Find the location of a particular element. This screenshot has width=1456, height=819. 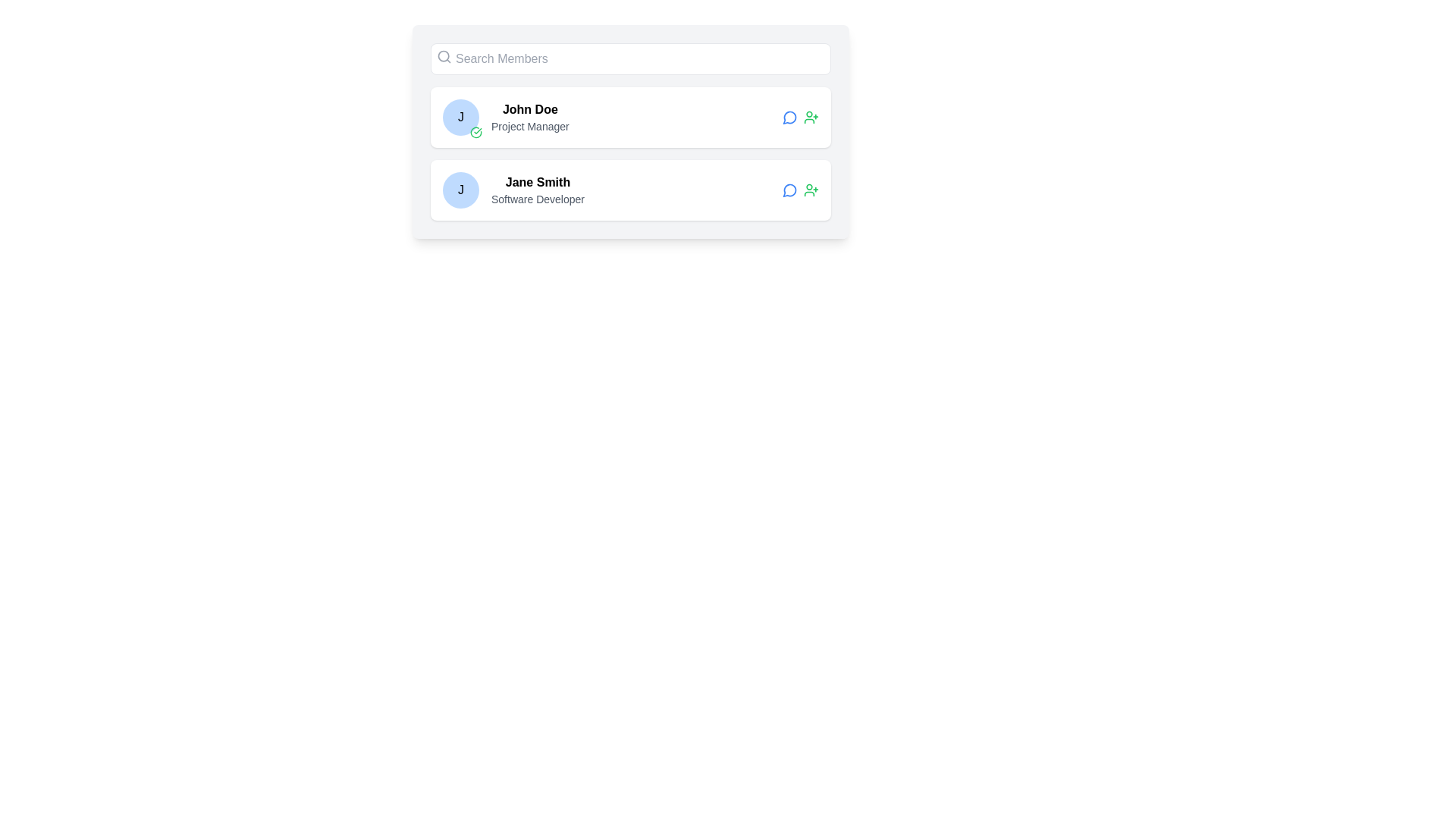

the inner circular part of the search icon located at the top-left of the 'Search Members' input field is located at coordinates (443, 55).